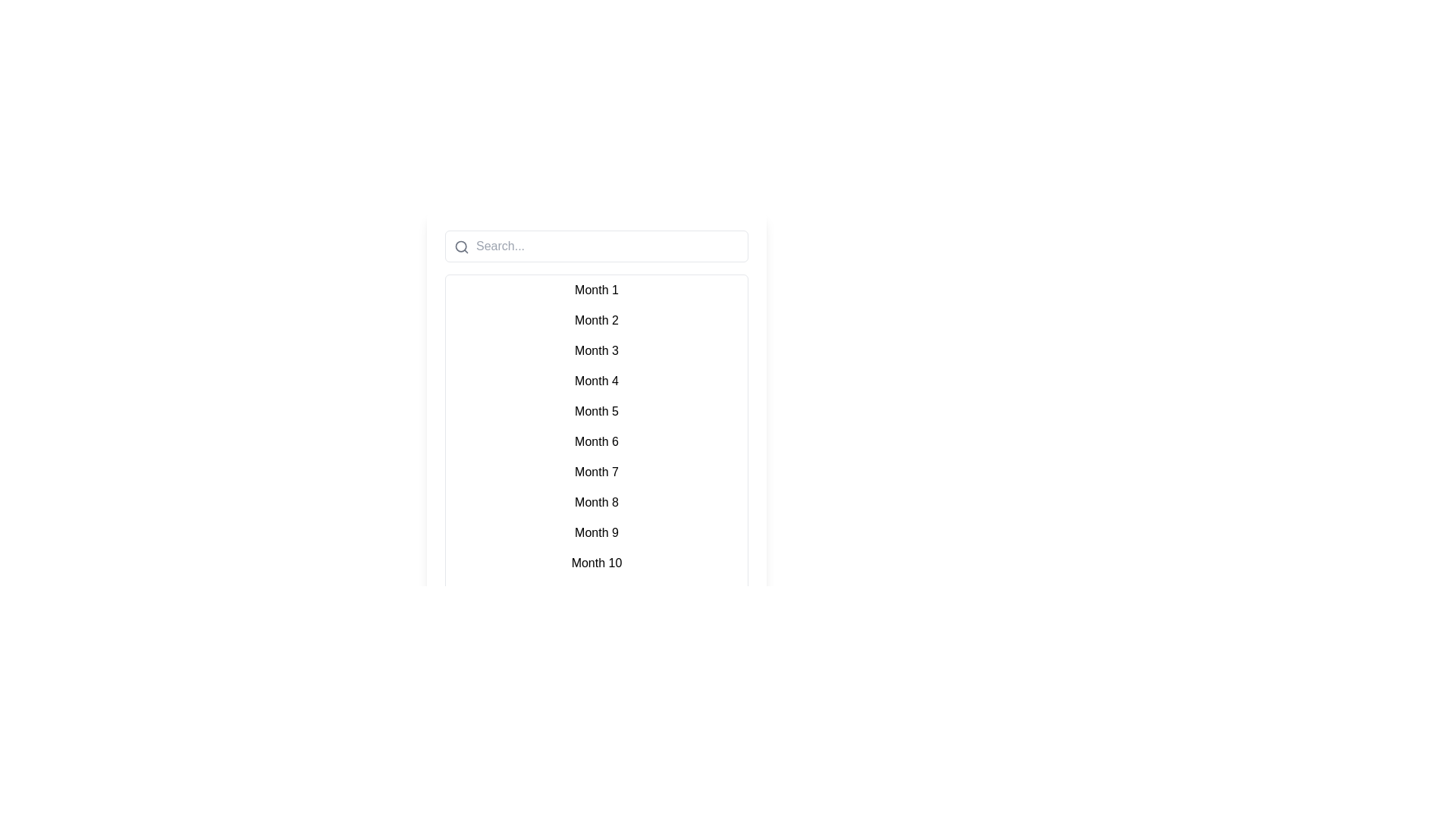 The height and width of the screenshot is (819, 1456). What do you see at coordinates (461, 246) in the screenshot?
I see `the search icon, which is a thin-line magnifying glass styled in grayscale, positioned at the top-left corner of the search input box containing the placeholder text 'Search...'` at bounding box center [461, 246].